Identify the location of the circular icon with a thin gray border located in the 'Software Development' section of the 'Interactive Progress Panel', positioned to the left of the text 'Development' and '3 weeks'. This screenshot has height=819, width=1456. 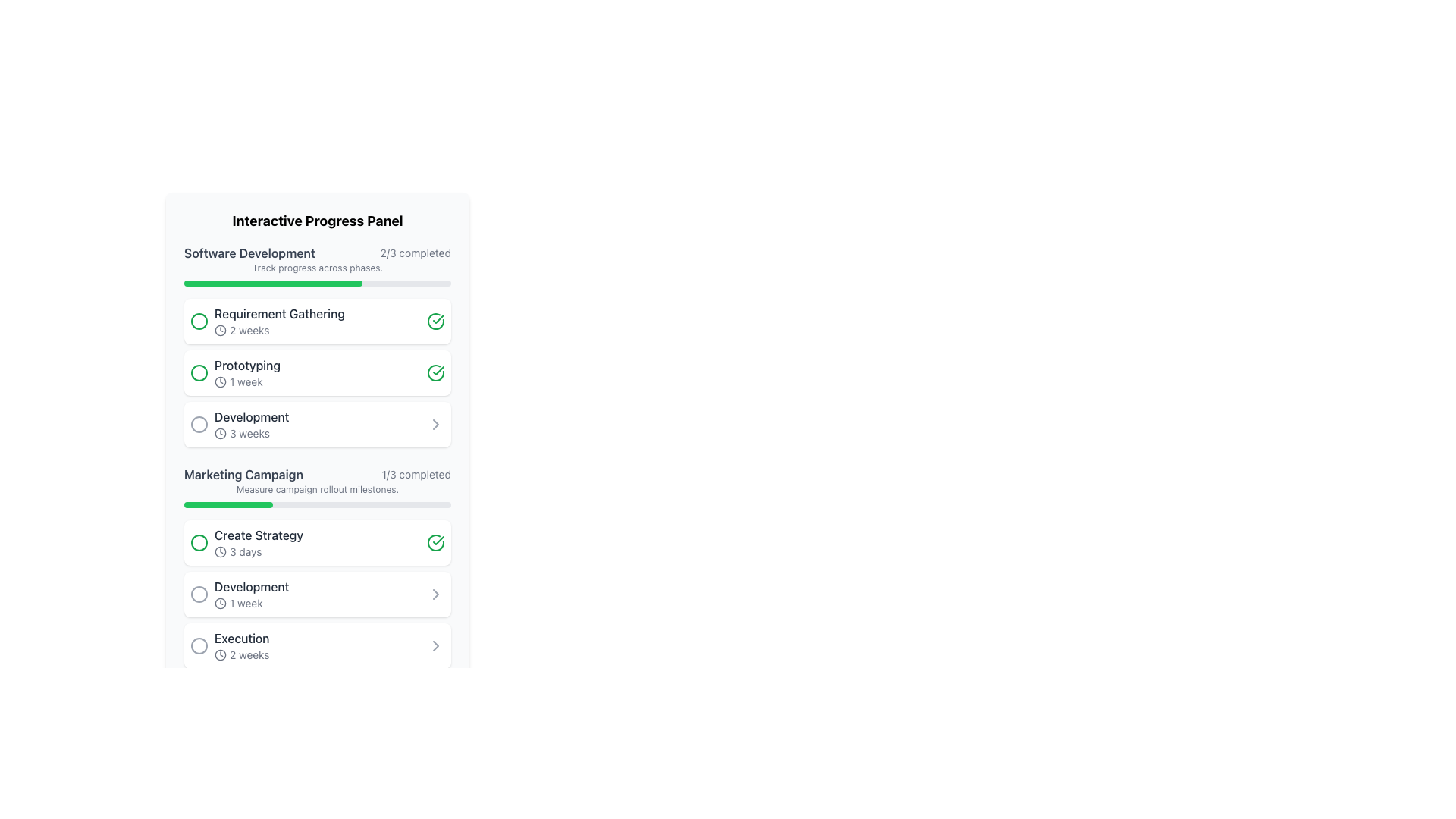
(199, 424).